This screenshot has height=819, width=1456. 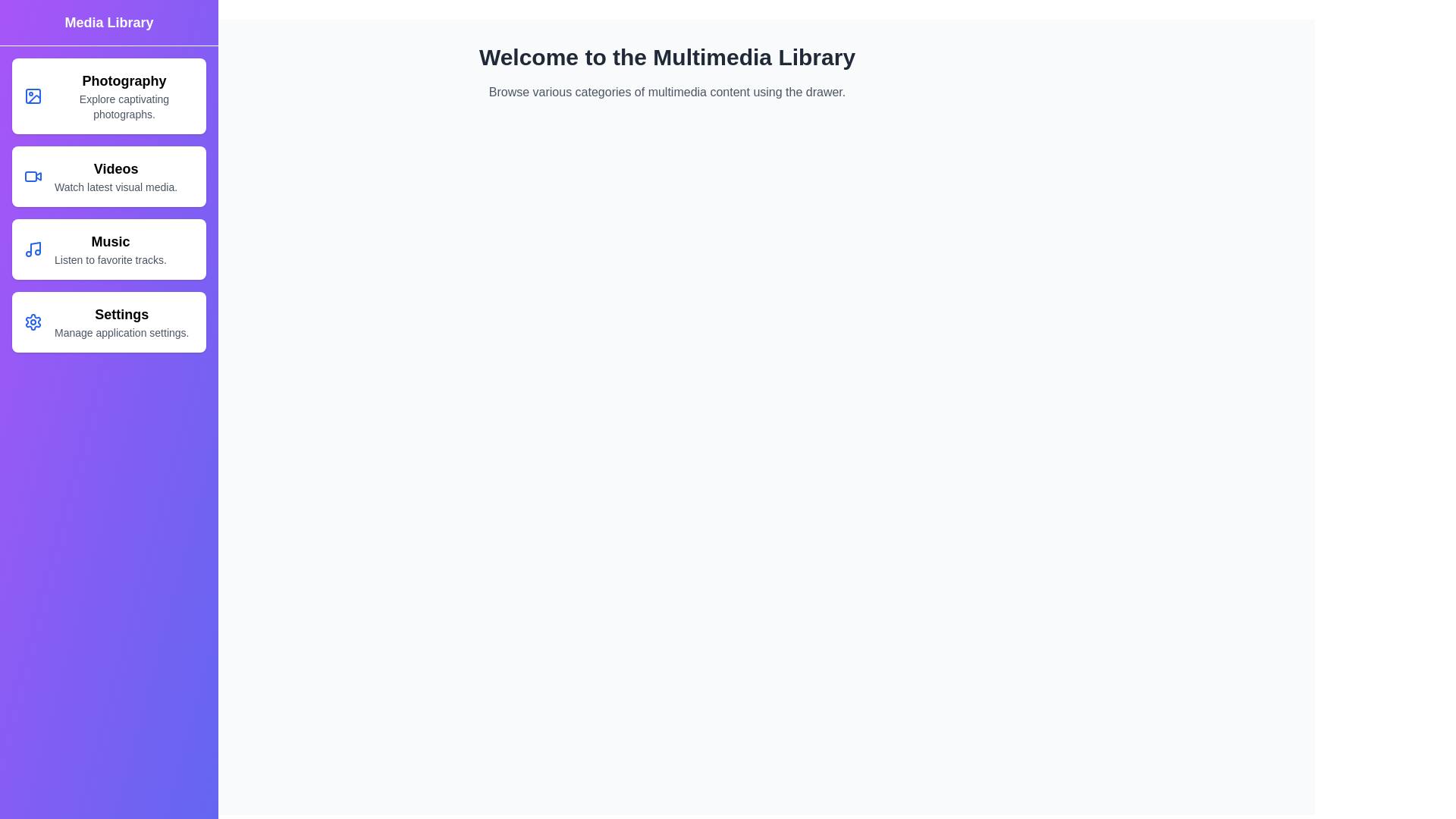 I want to click on the Videos category in the MultimediaDrawer, so click(x=108, y=175).